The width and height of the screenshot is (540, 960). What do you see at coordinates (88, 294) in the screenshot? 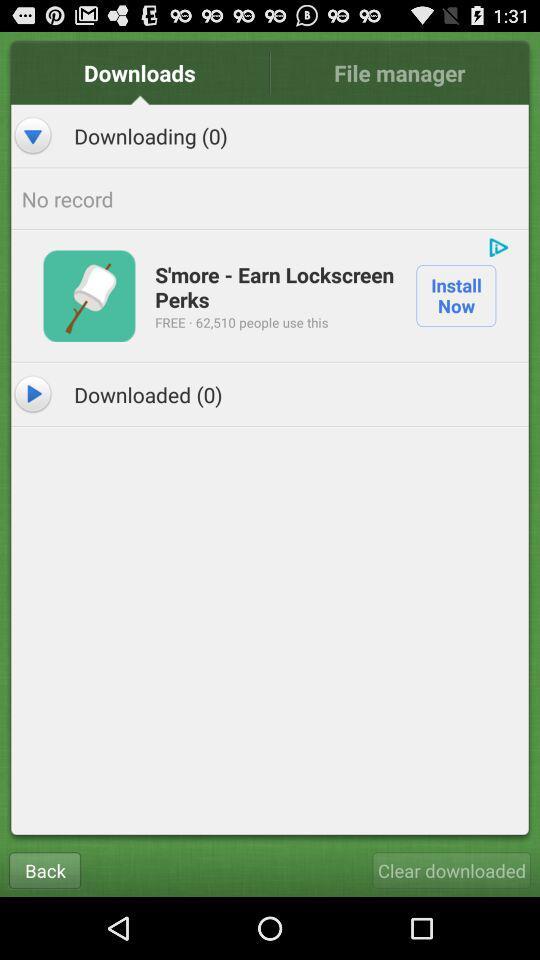
I see `item to the left of s more earn icon` at bounding box center [88, 294].